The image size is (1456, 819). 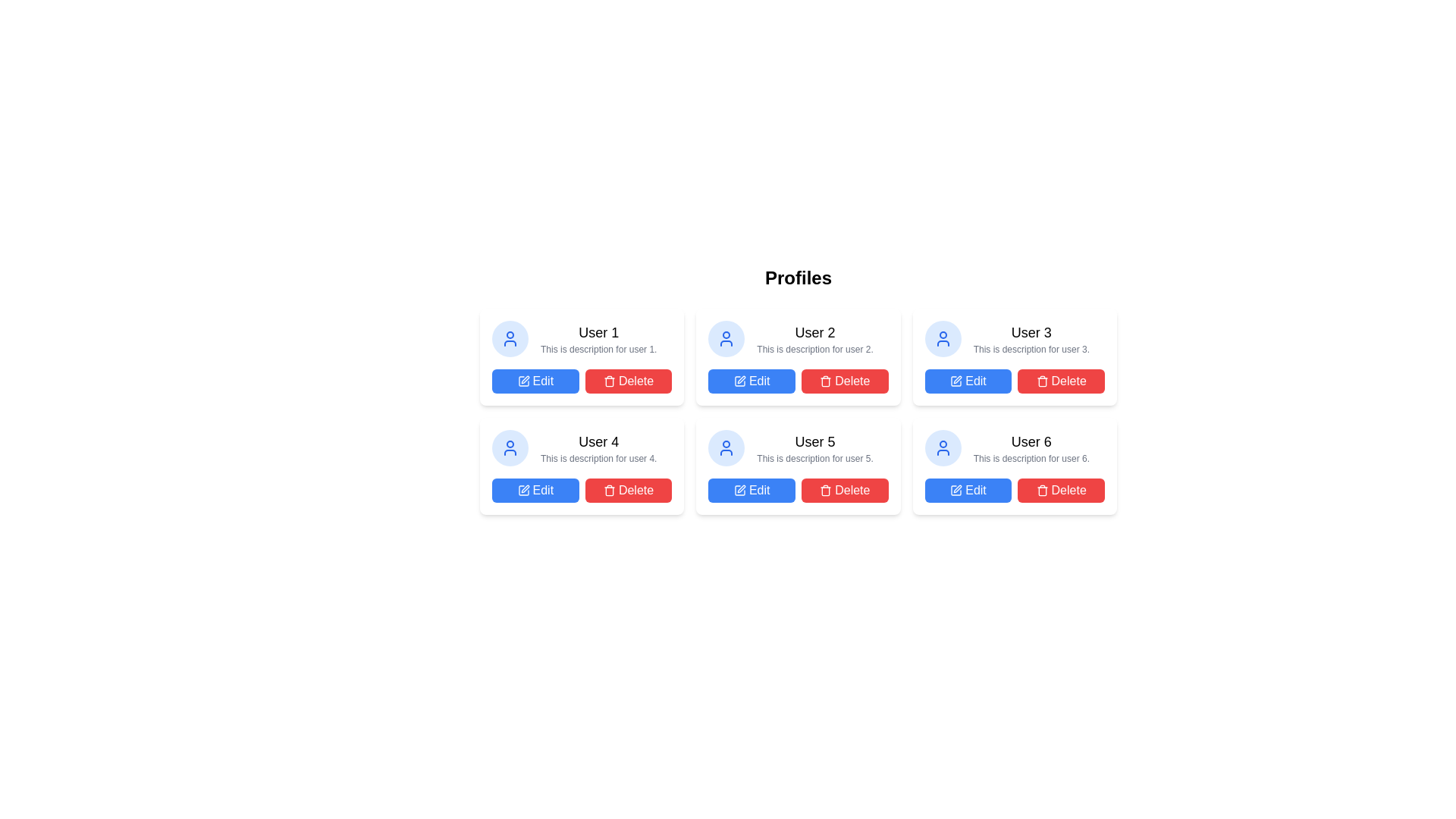 I want to click on the circular user profile icon with a light blue background and white outline, so click(x=726, y=447).